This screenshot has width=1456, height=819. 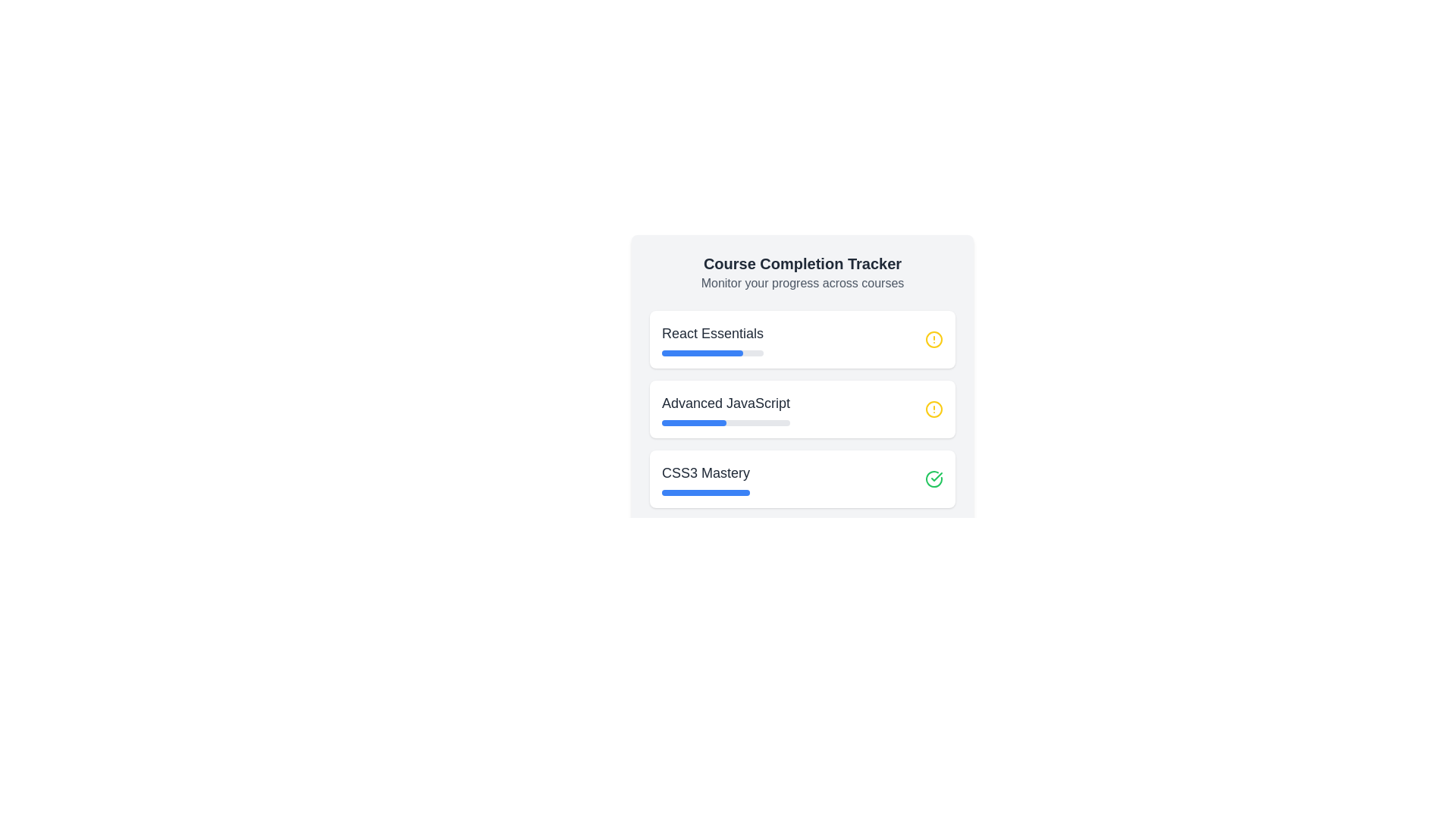 I want to click on the Progress Indicator (Bar) in the 'Advanced JavaScript' course progress area, which is the second progress bar in the 'Course Completion Tracker' component, so click(x=693, y=423).